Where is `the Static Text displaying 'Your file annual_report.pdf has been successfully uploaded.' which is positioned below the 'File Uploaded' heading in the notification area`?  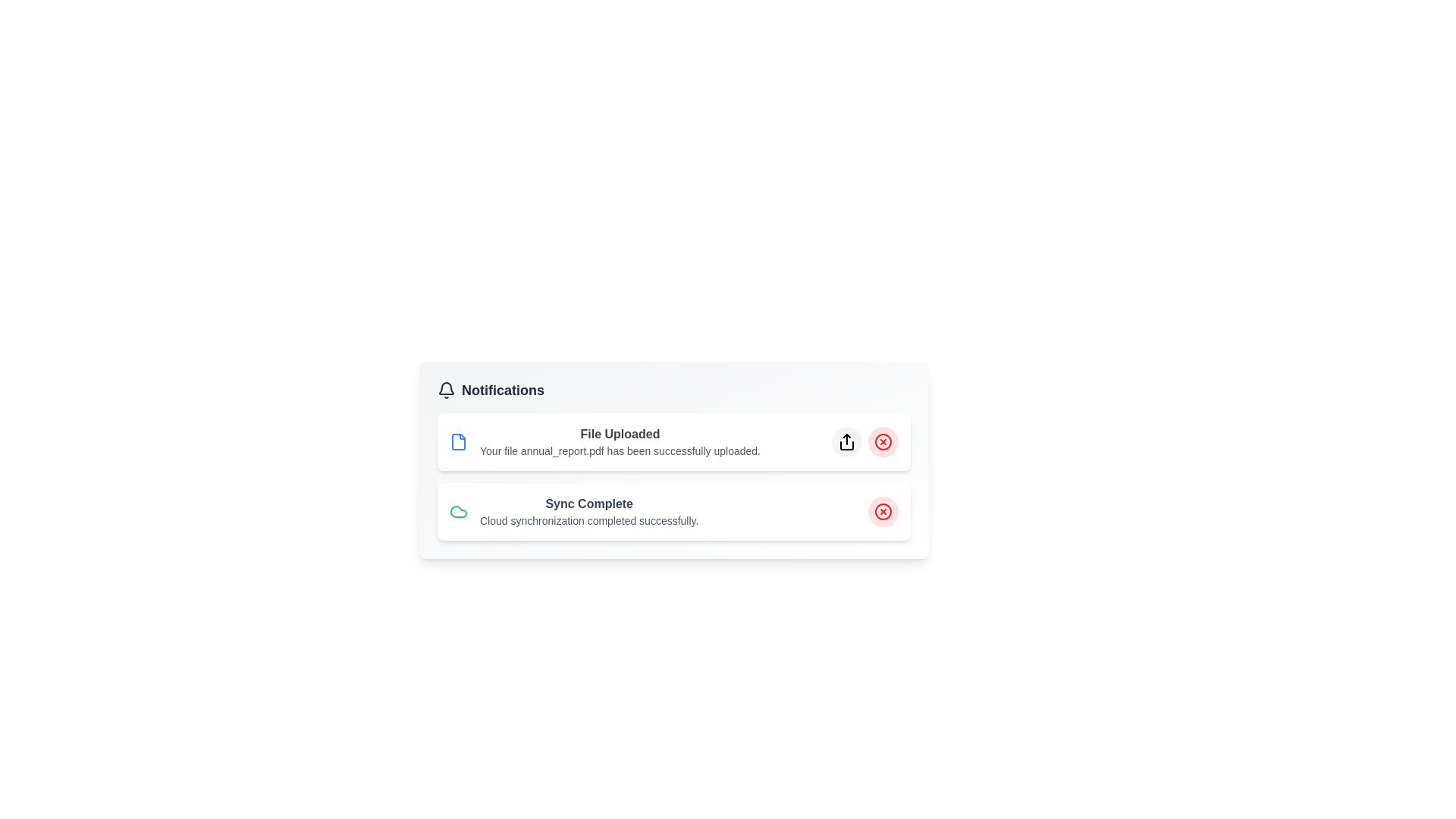
the Static Text displaying 'Your file annual_report.pdf has been successfully uploaded.' which is positioned below the 'File Uploaded' heading in the notification area is located at coordinates (620, 450).